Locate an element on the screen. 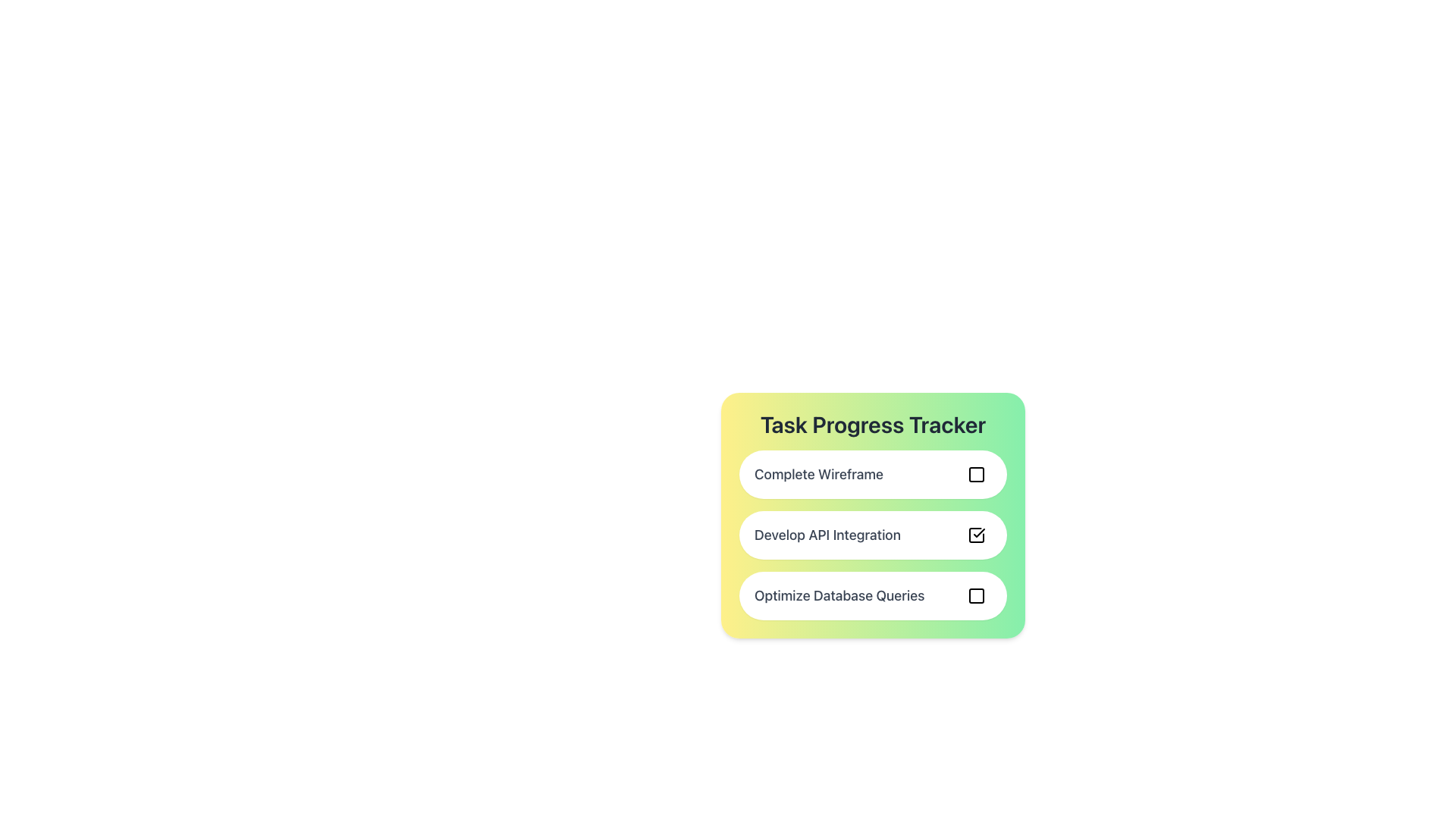 This screenshot has width=1456, height=819. the checkbox located at the far right side of the 'Complete Wireframe' row in the task list is located at coordinates (976, 473).